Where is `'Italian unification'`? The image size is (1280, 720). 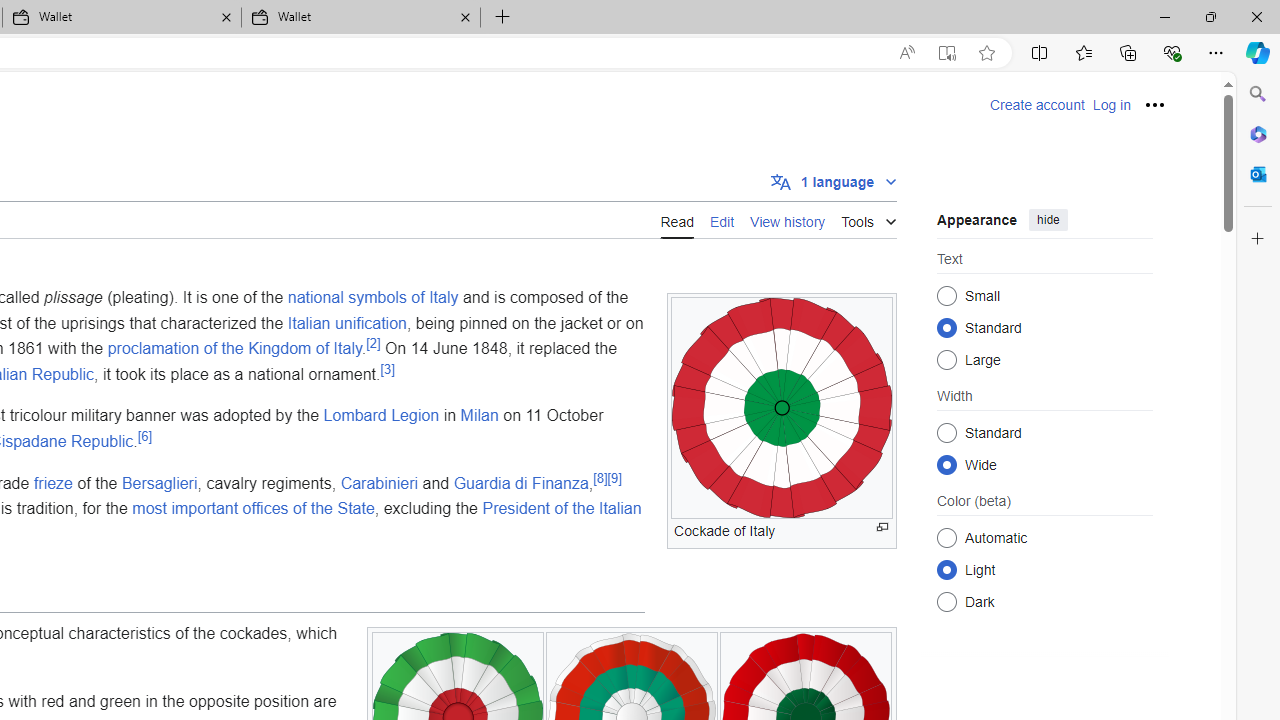 'Italian unification' is located at coordinates (346, 321).